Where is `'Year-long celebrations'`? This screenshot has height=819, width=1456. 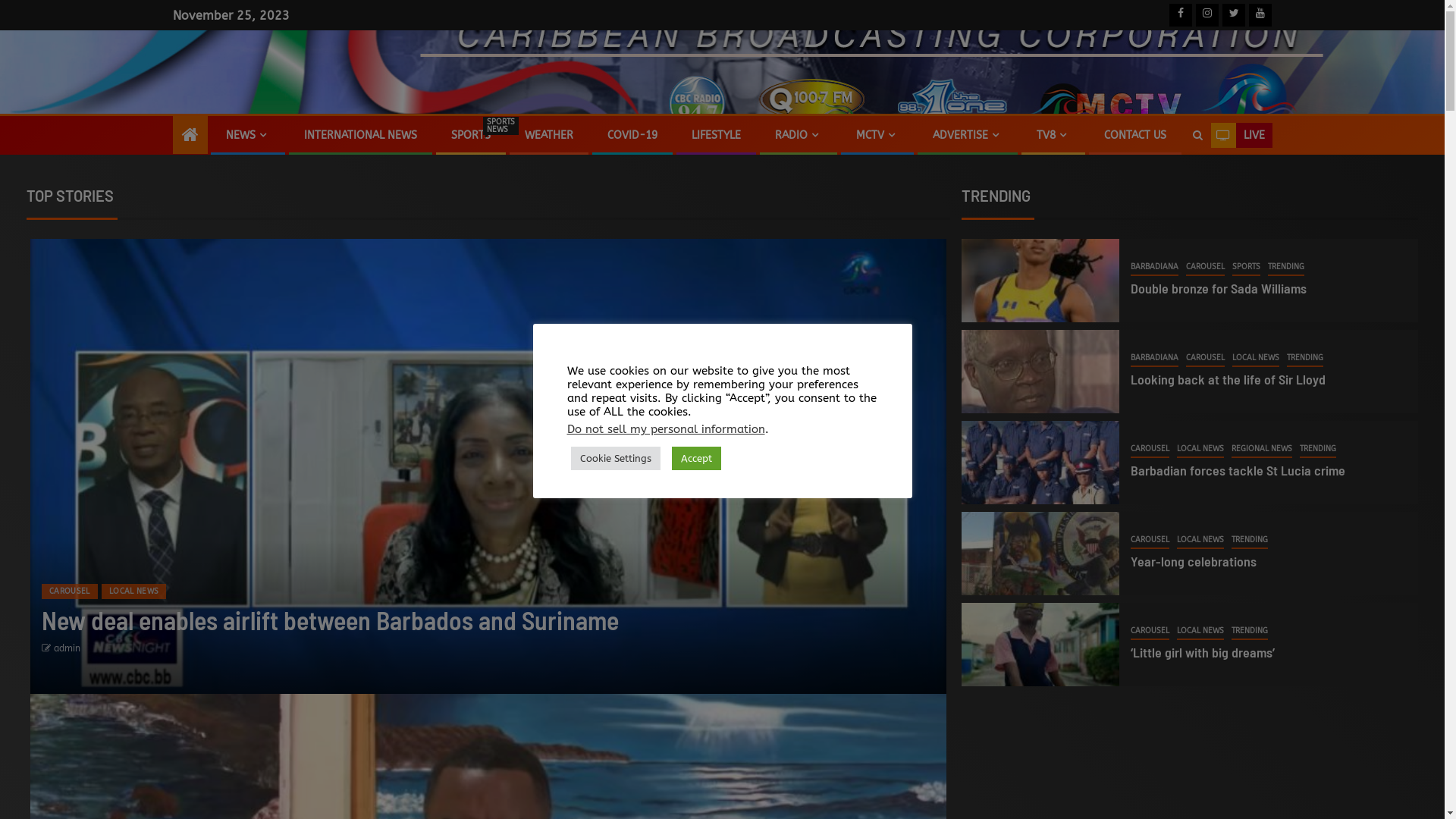 'Year-long celebrations' is located at coordinates (1193, 561).